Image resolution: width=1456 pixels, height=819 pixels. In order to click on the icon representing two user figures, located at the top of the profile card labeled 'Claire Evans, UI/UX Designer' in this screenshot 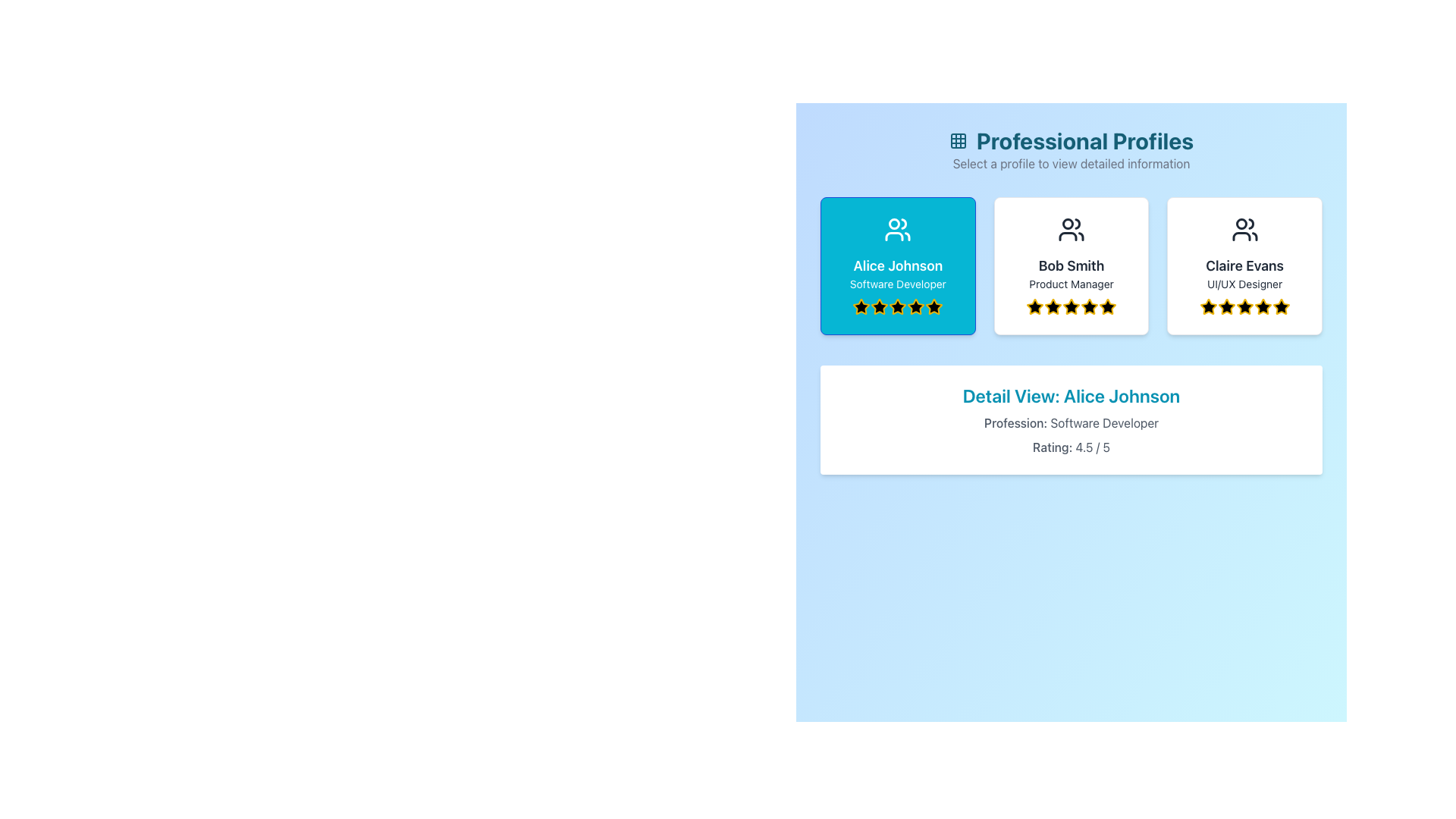, I will do `click(1244, 230)`.